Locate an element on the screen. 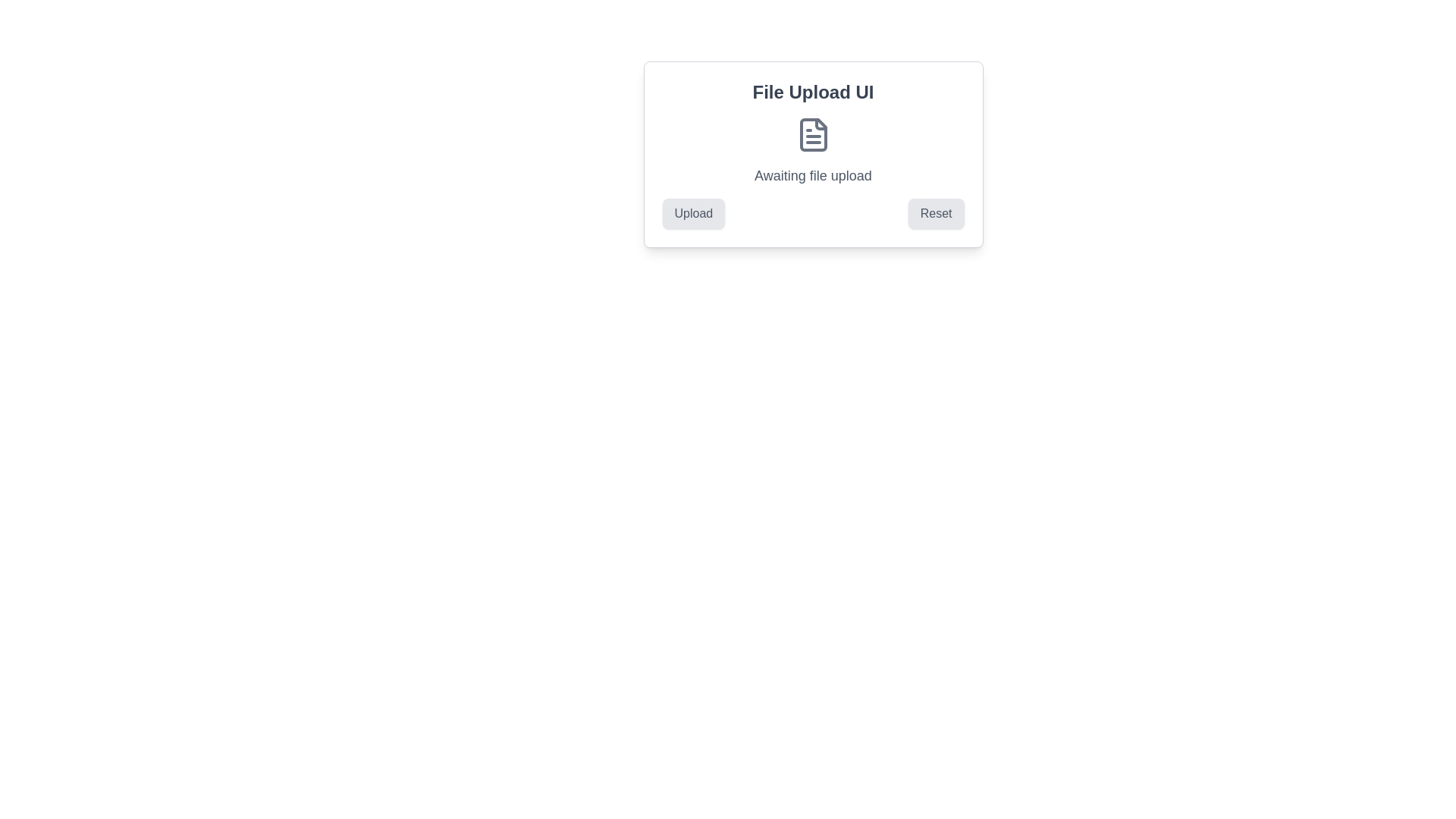 The height and width of the screenshot is (819, 1456). the decorative upload icon located centrally in the light-colored rectangular area under the title 'File Upload UI' is located at coordinates (812, 133).